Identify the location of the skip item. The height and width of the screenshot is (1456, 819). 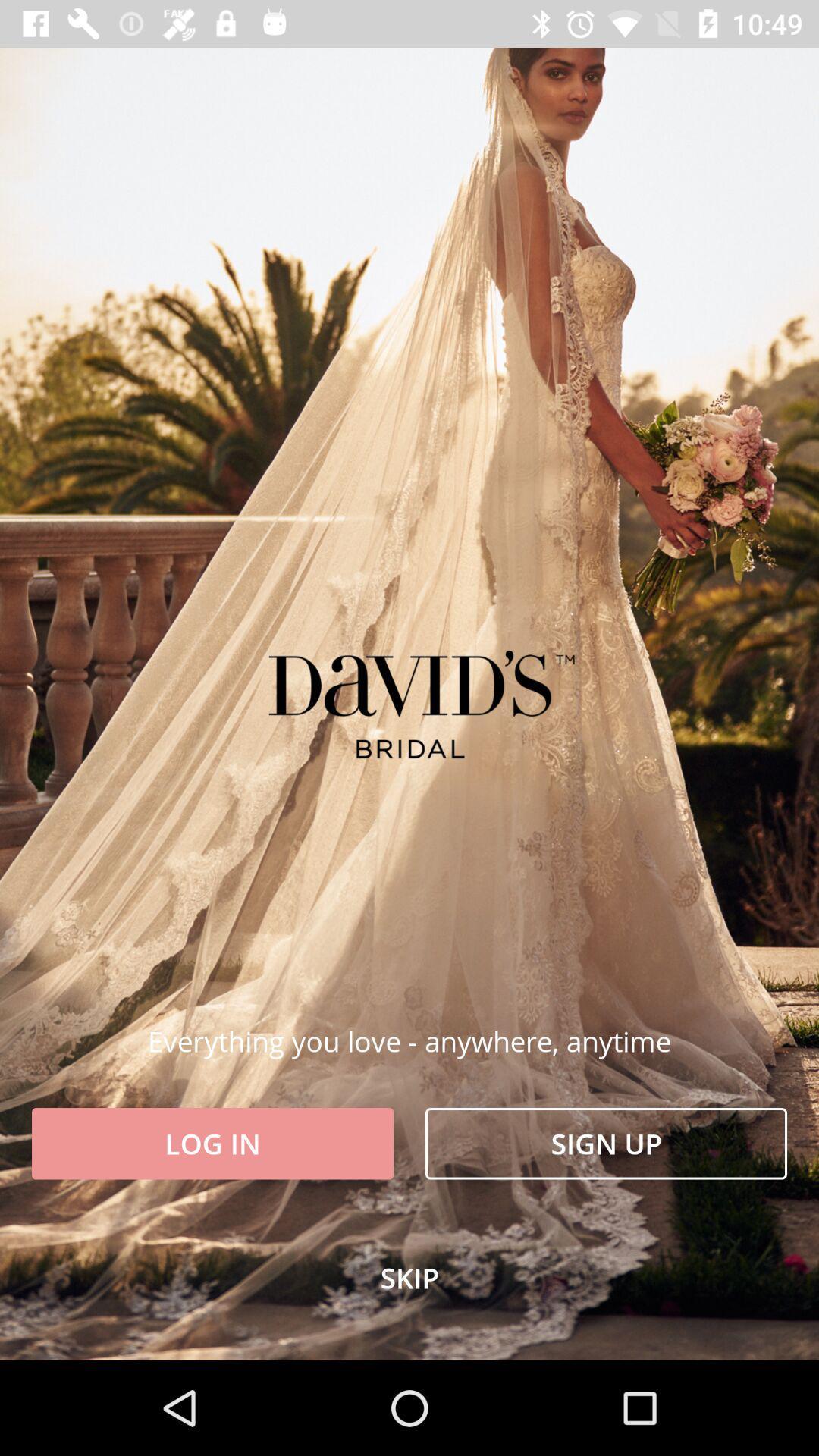
(409, 1277).